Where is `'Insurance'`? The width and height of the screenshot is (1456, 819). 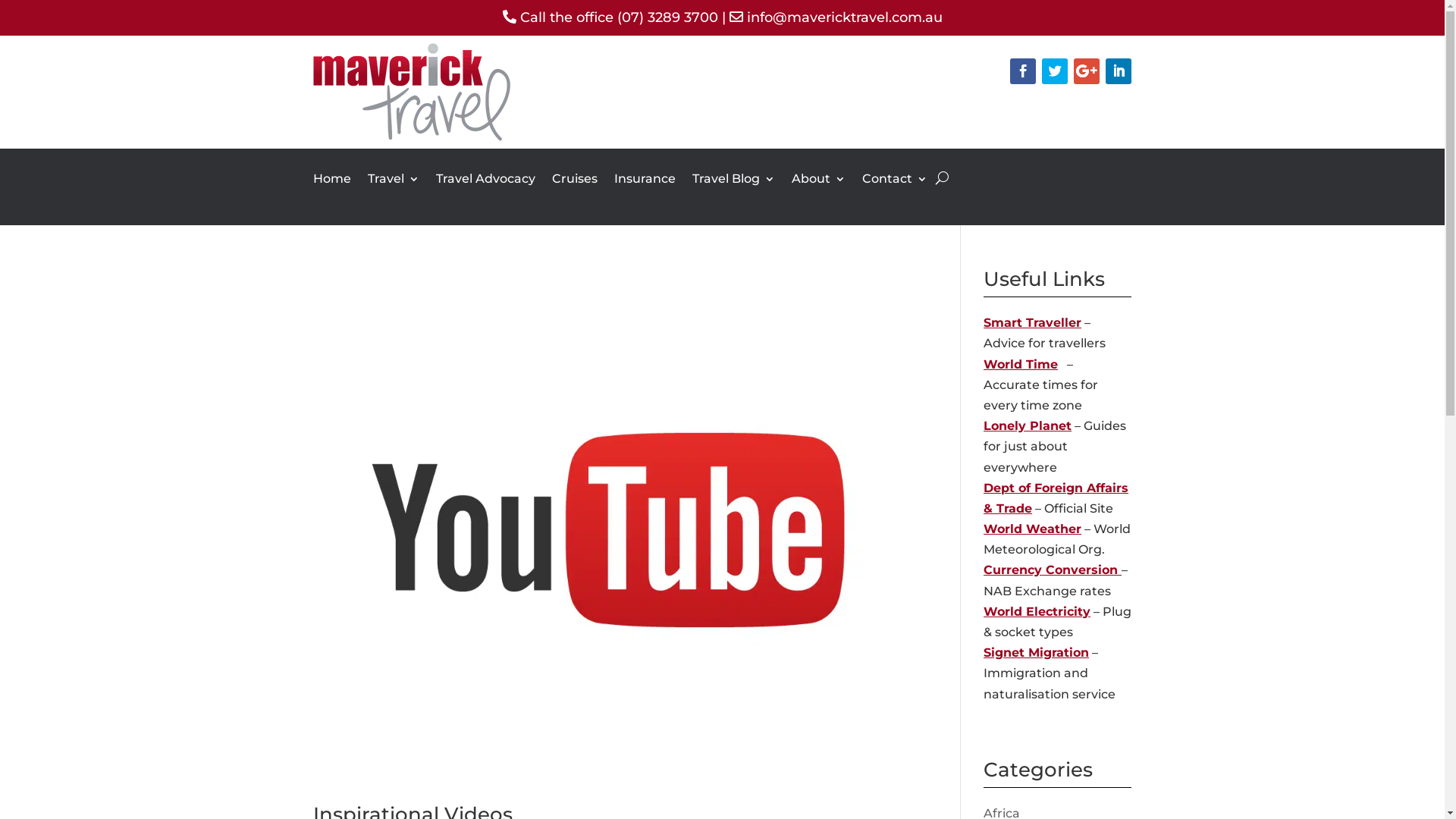
'Insurance' is located at coordinates (645, 189).